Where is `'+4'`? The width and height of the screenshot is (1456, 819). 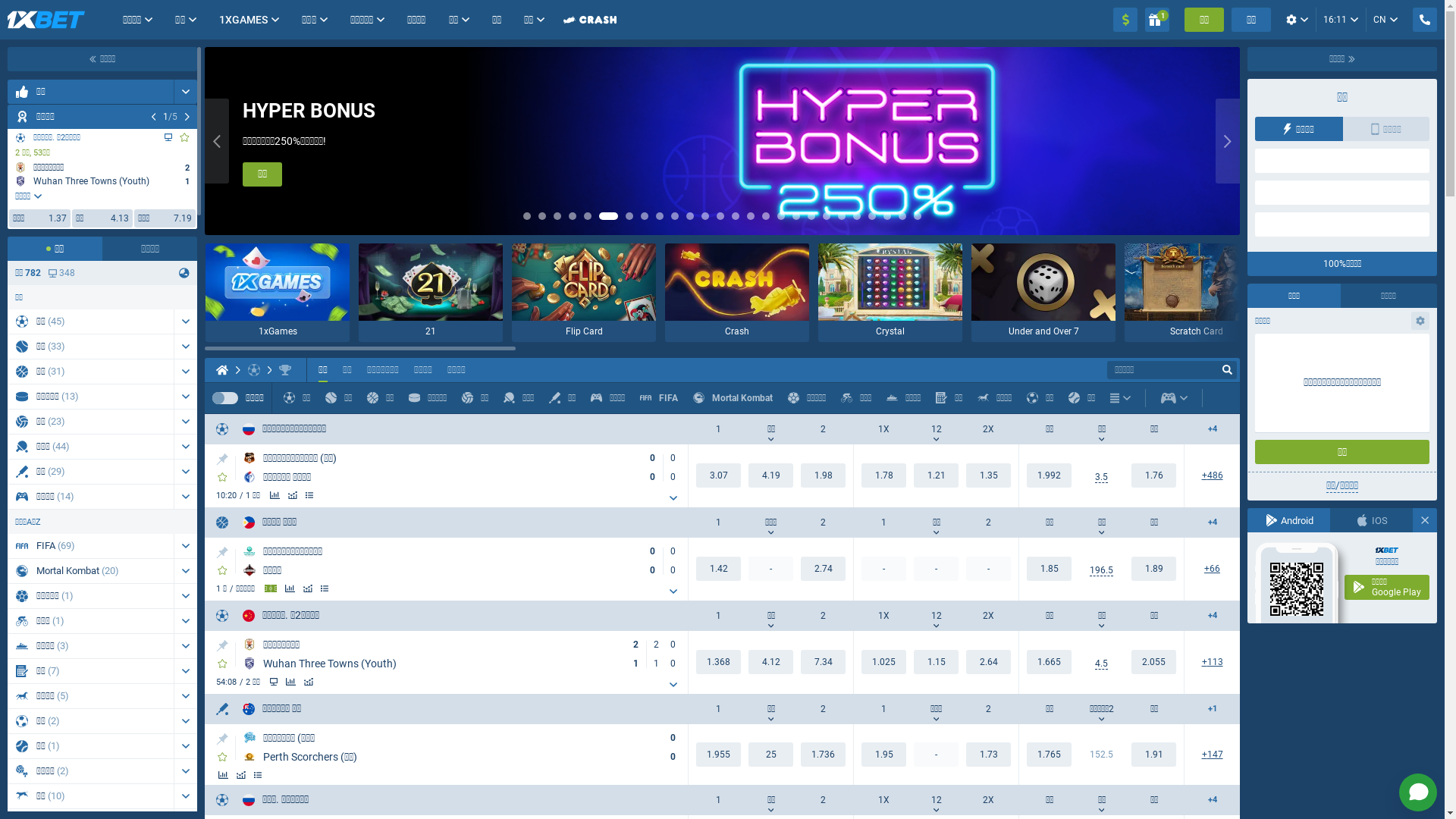 '+4' is located at coordinates (1211, 616).